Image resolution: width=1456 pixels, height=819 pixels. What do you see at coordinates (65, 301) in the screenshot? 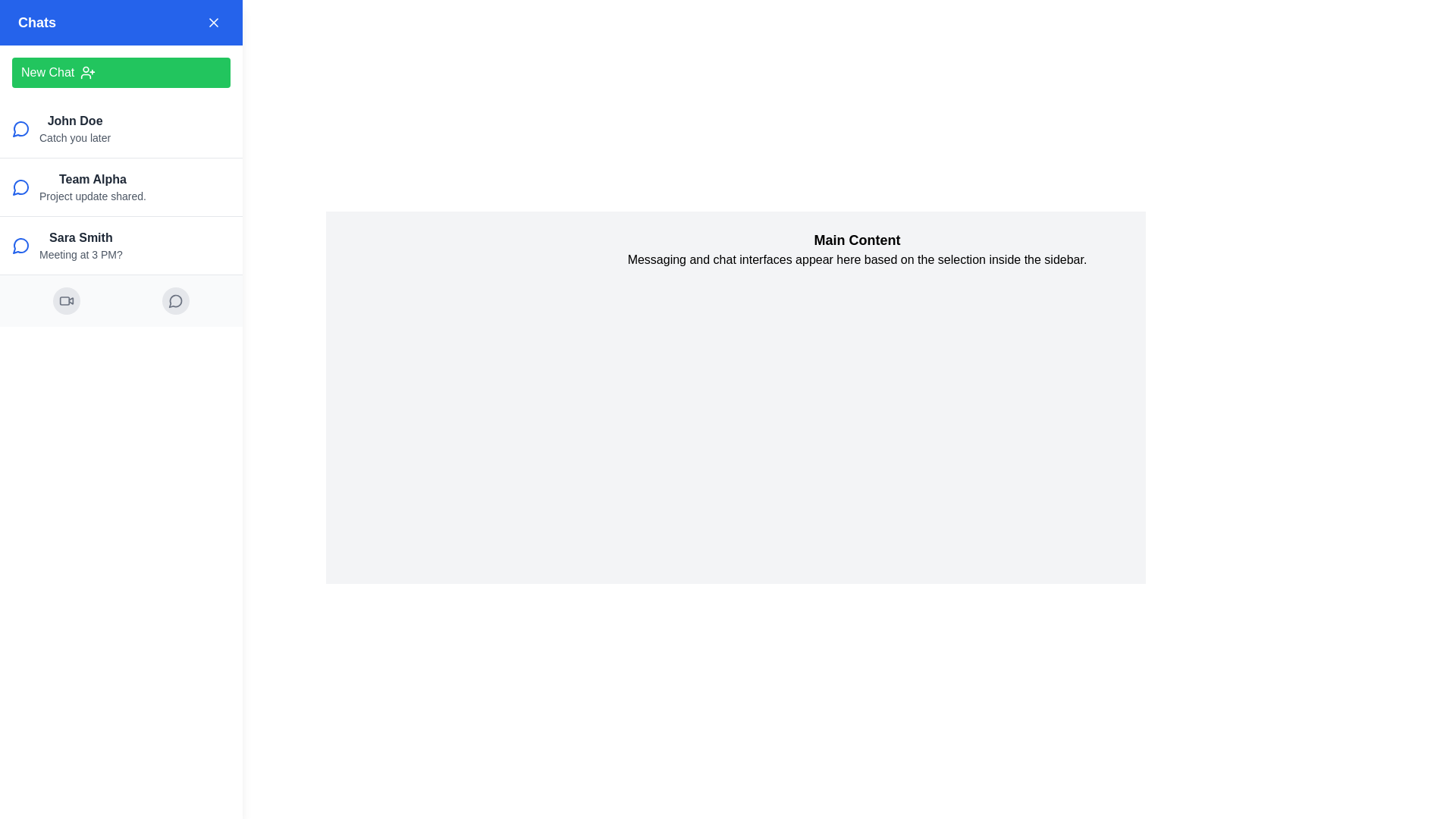
I see `the button with a camera icon located at the bottom of the sidebar` at bounding box center [65, 301].